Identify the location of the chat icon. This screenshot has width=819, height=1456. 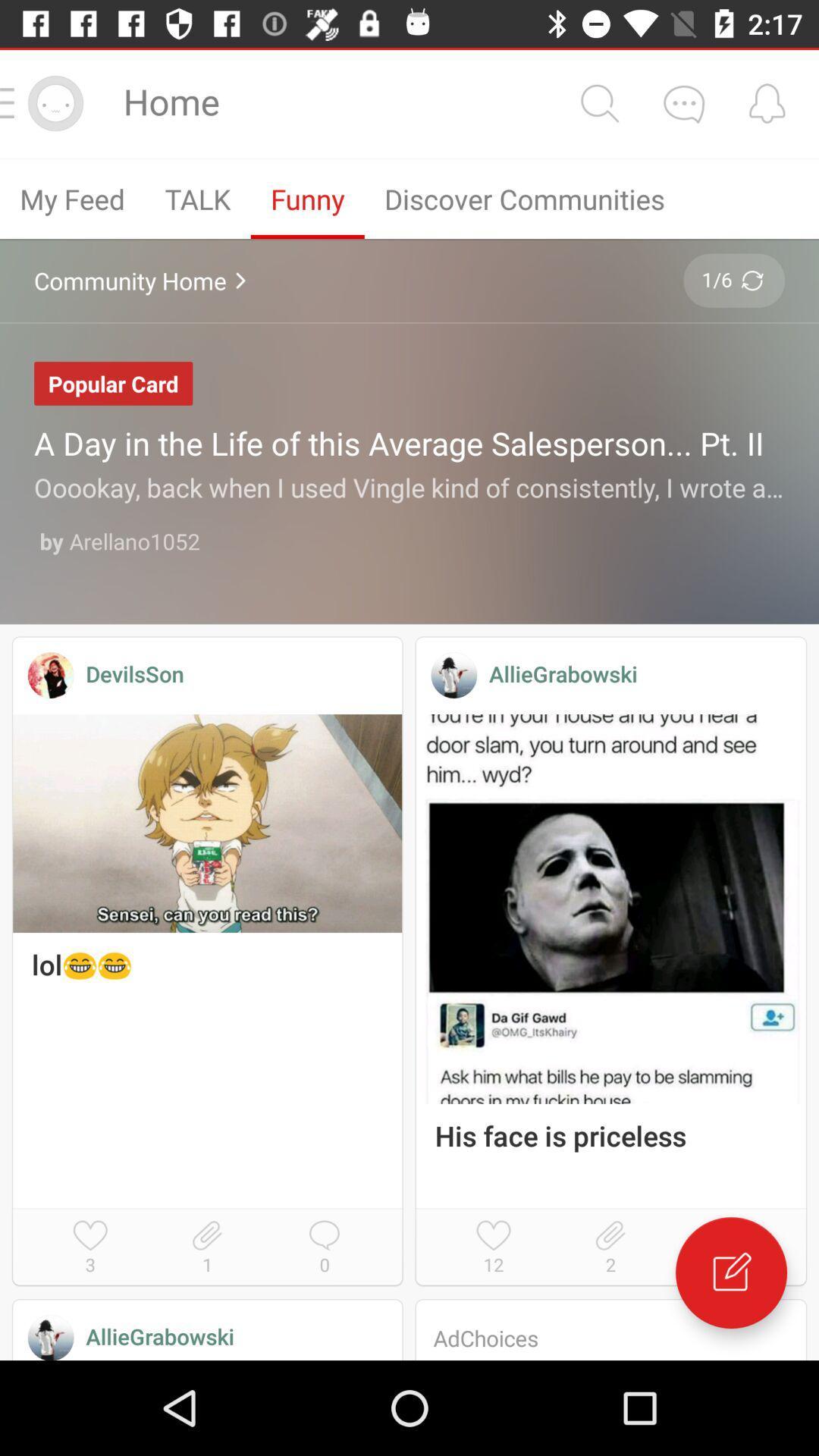
(683, 102).